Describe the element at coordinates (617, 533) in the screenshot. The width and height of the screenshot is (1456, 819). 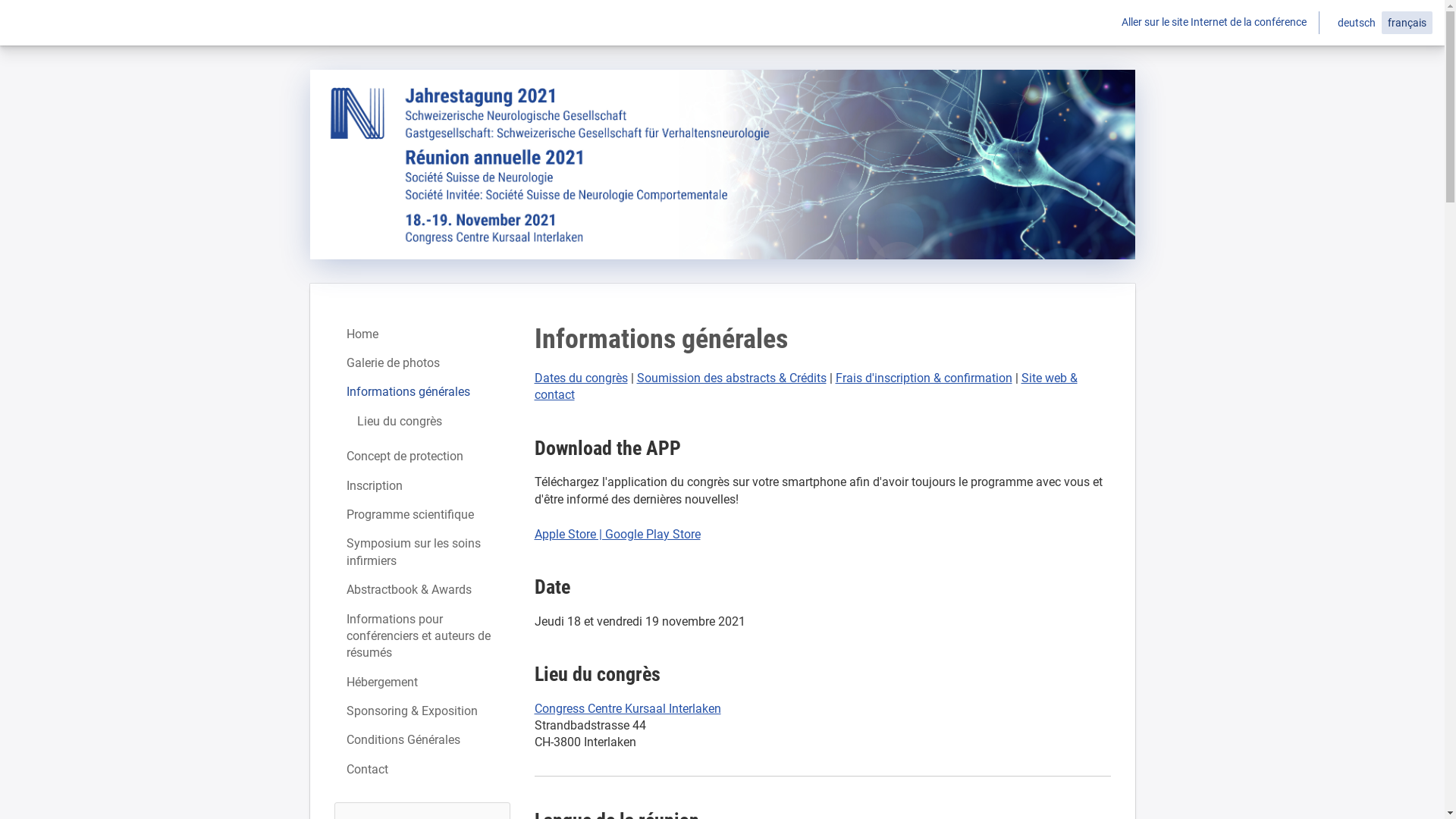
I see `'Apple Store | Google Play Store'` at that location.